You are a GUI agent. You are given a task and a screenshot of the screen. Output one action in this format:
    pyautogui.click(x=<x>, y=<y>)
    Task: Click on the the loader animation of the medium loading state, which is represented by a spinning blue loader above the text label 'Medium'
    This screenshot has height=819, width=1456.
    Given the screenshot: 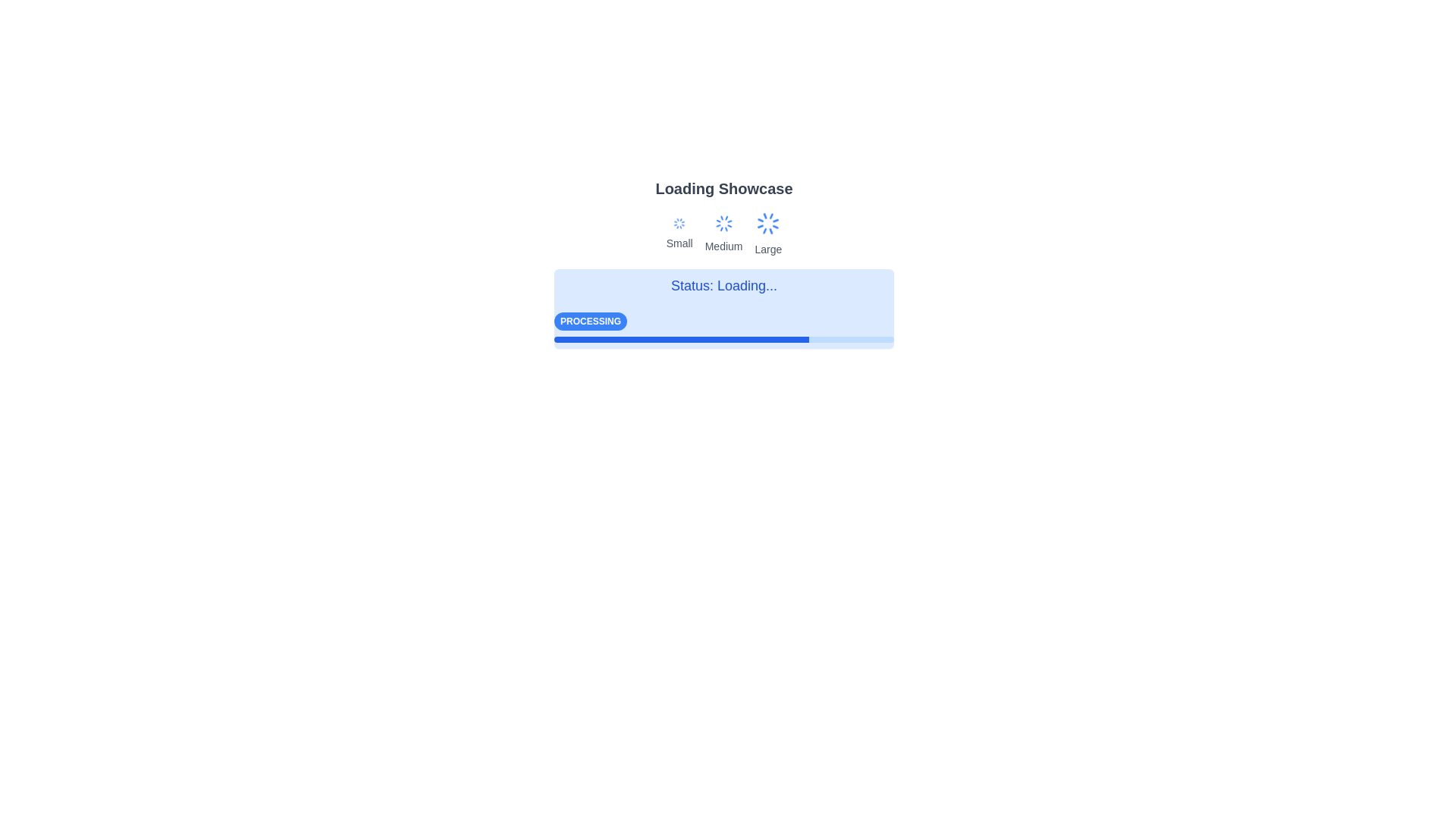 What is the action you would take?
    pyautogui.click(x=723, y=234)
    